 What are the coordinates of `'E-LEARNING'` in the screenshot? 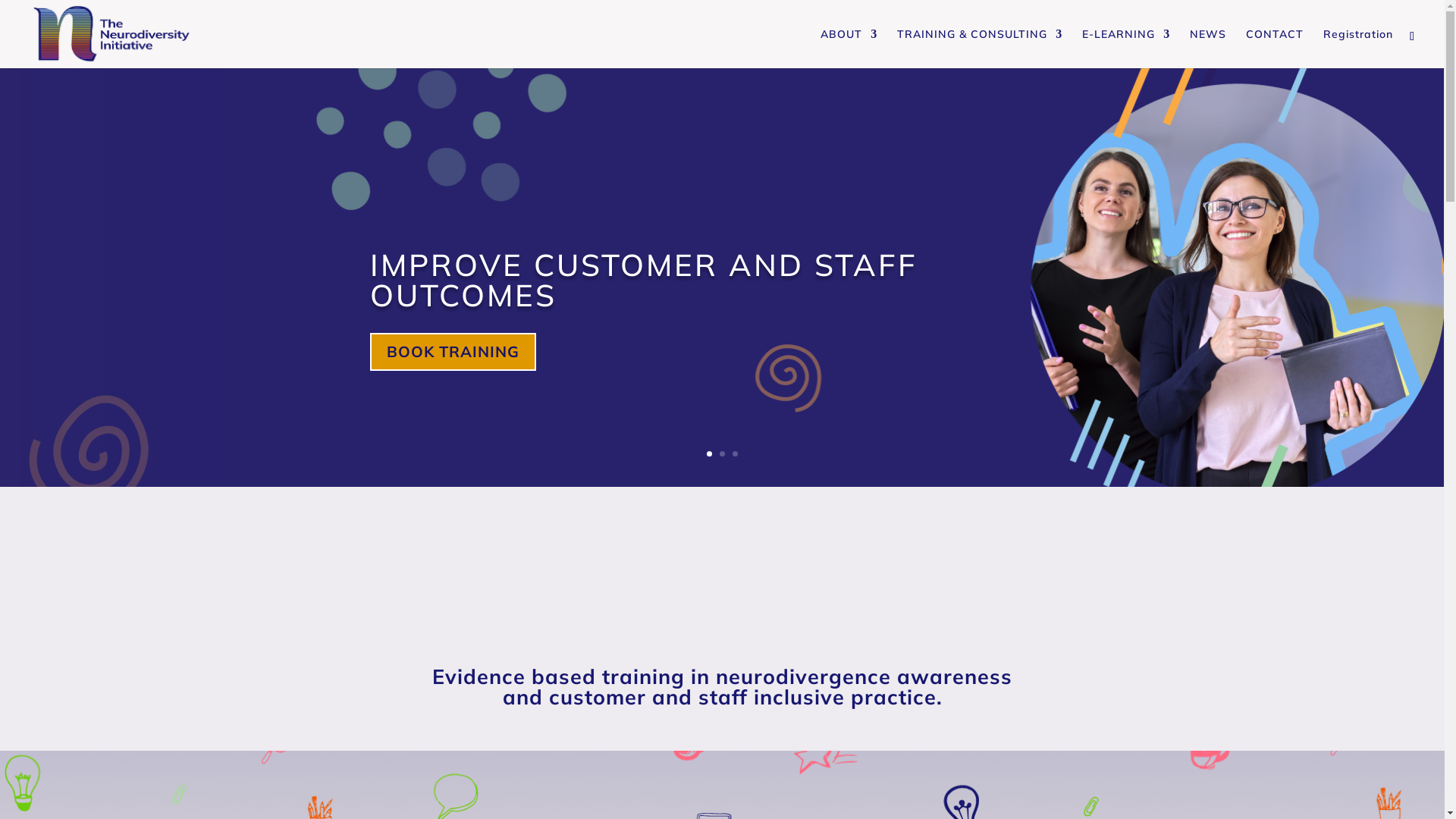 It's located at (1125, 48).